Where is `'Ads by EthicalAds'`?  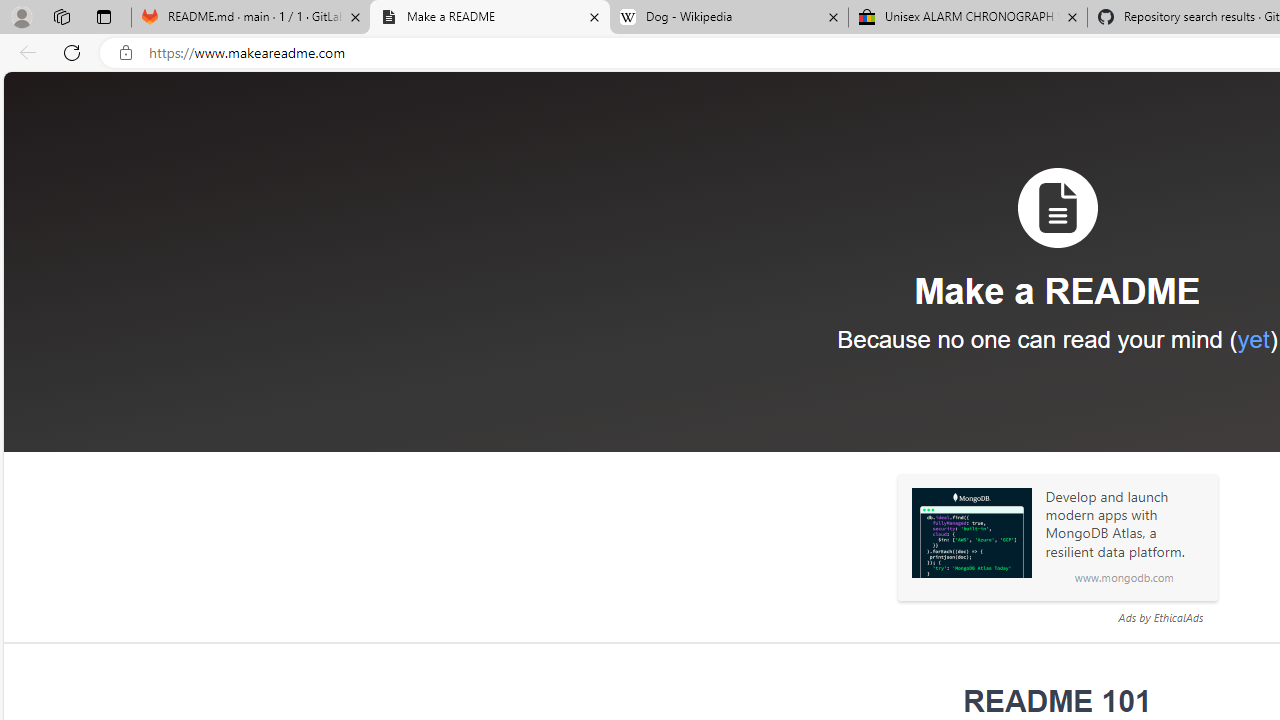
'Ads by EthicalAds' is located at coordinates (1160, 616).